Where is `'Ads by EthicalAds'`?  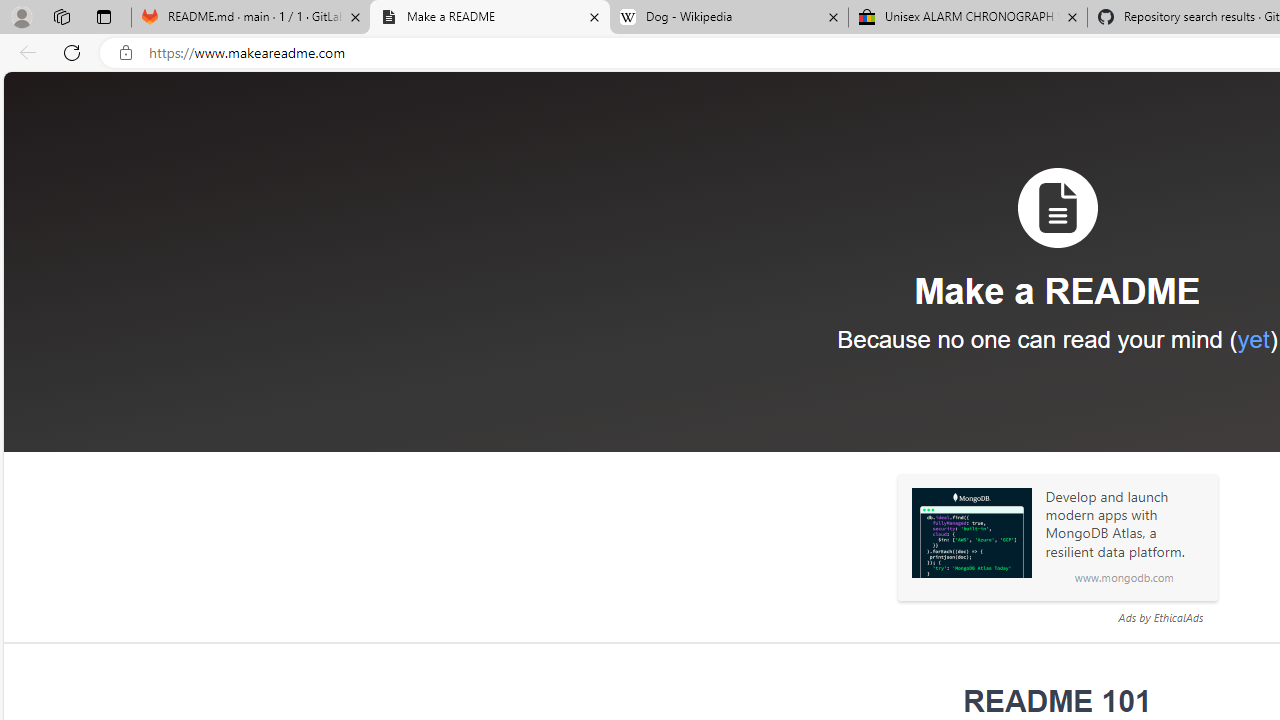
'Ads by EthicalAds' is located at coordinates (1160, 616).